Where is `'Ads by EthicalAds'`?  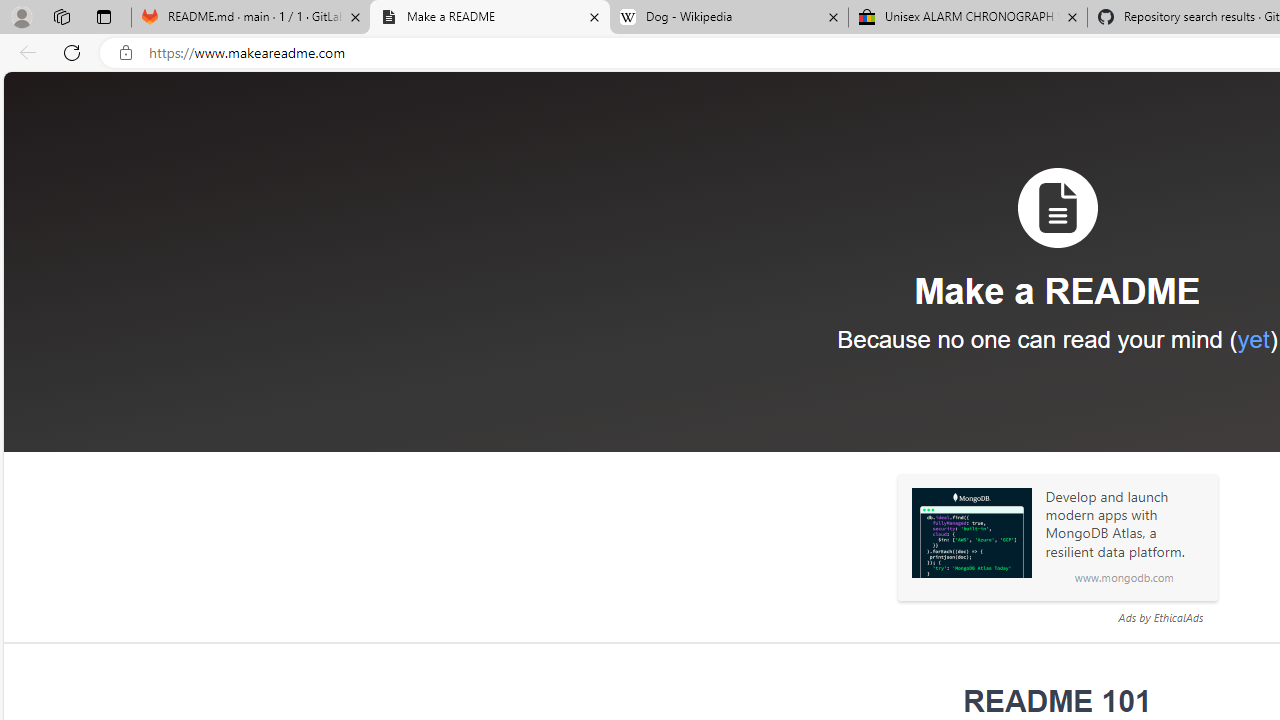
'Ads by EthicalAds' is located at coordinates (1160, 616).